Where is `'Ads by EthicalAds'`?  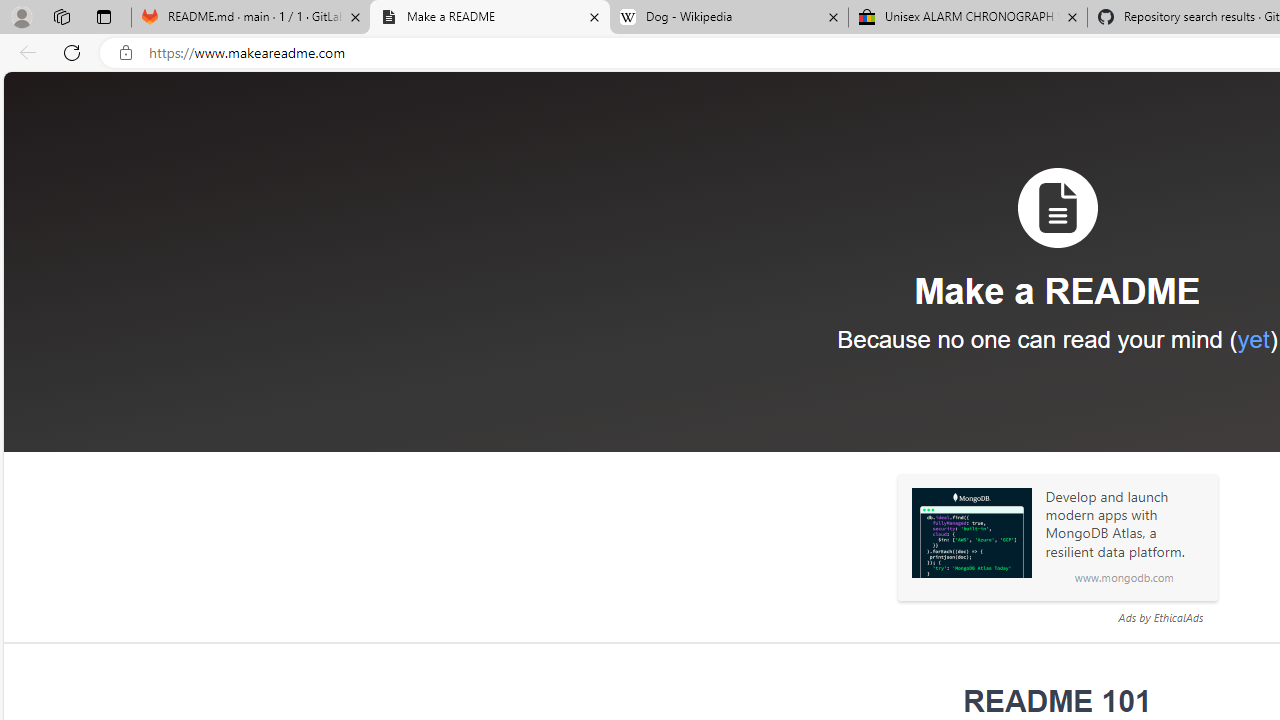
'Ads by EthicalAds' is located at coordinates (1160, 616).